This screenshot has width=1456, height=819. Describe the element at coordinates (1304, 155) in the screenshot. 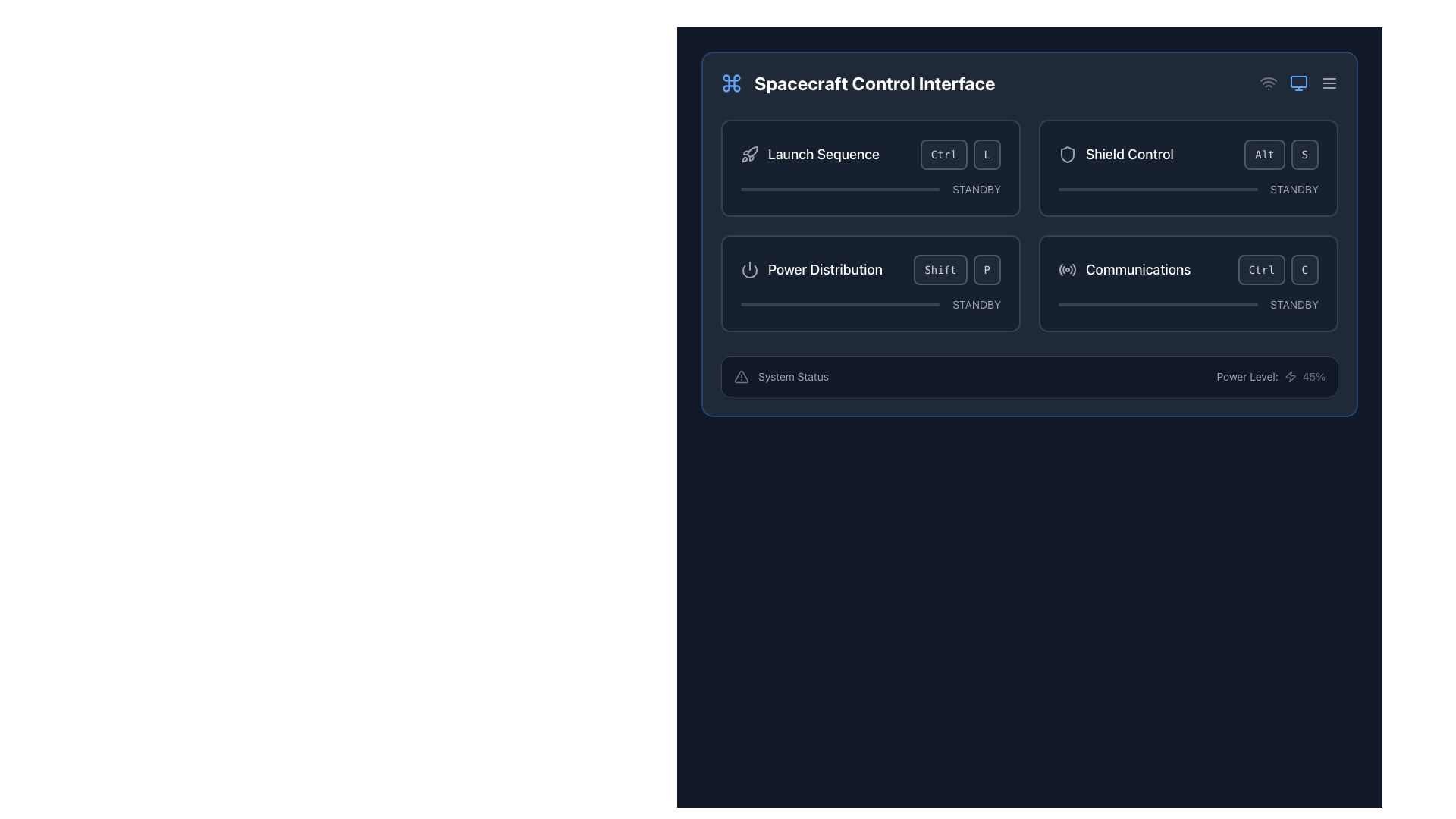

I see `the button representing the shorthand key 'S' for the 'Shield Control' functionality located in the top-right quadrant of the panel` at that location.